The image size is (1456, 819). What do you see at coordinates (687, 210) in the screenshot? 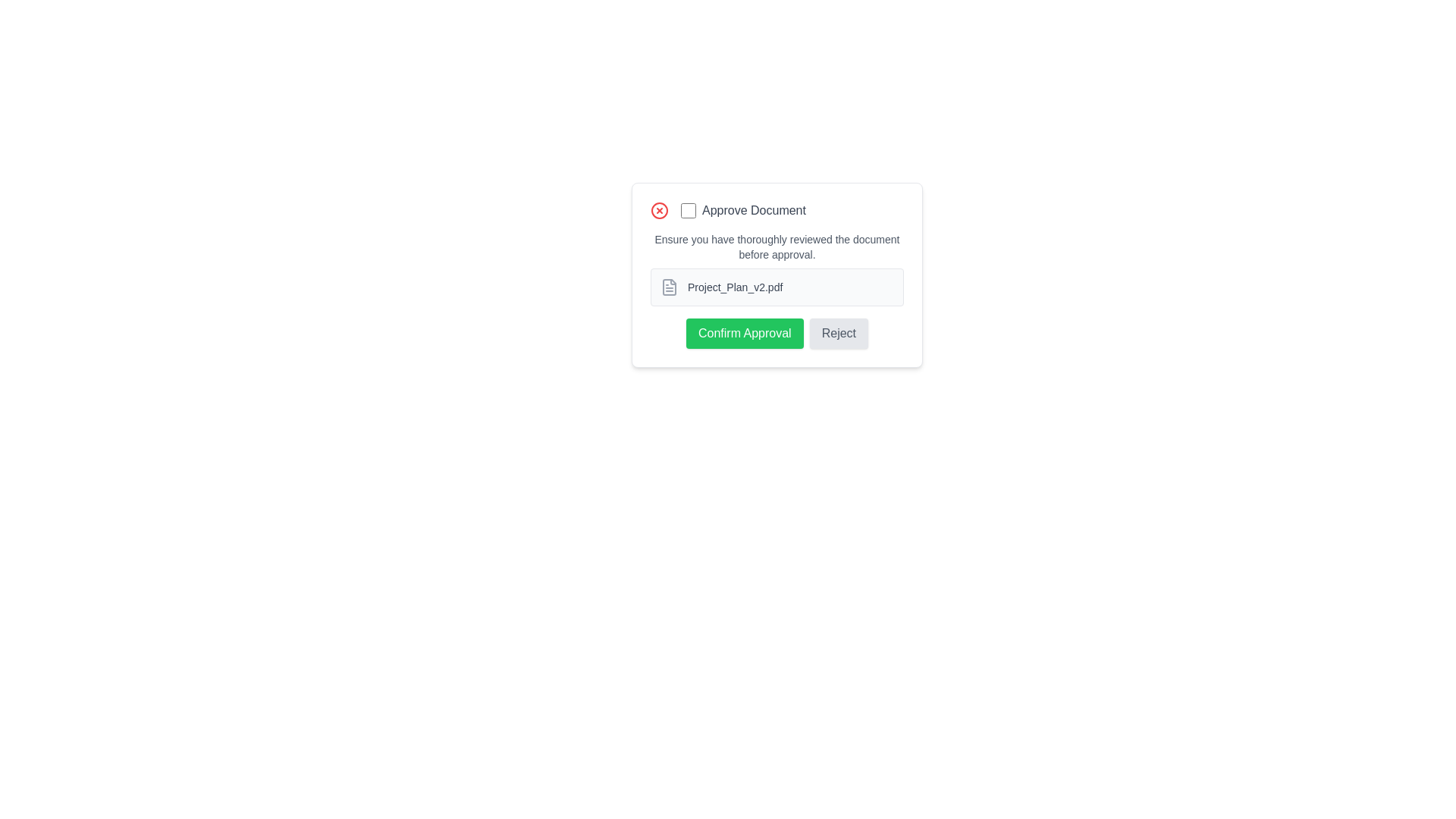
I see `the Checkbox located to the left of the 'Approve Document' text label` at bounding box center [687, 210].